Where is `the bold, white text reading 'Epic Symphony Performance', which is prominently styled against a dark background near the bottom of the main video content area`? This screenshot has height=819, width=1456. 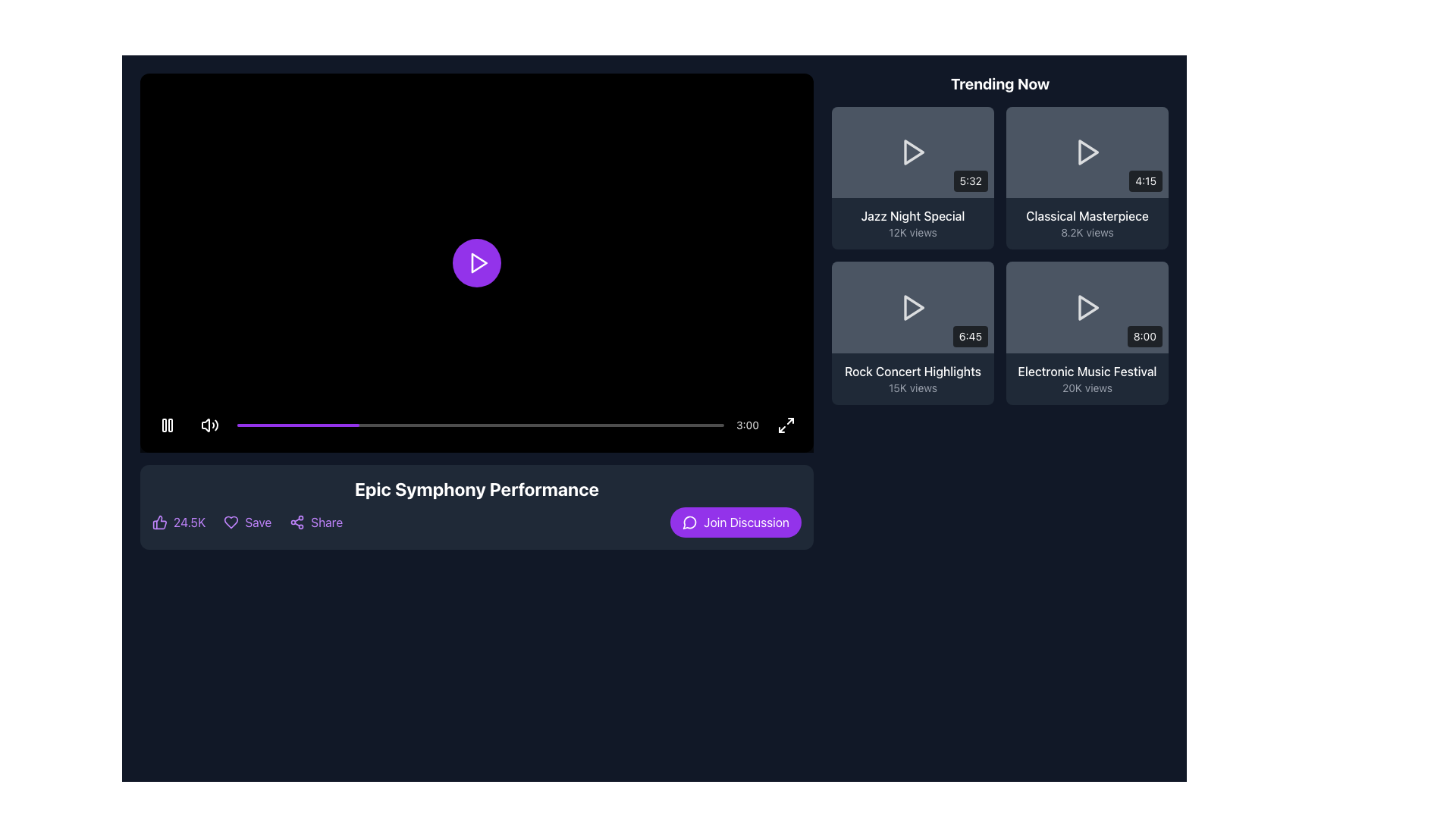 the bold, white text reading 'Epic Symphony Performance', which is prominently styled against a dark background near the bottom of the main video content area is located at coordinates (475, 488).